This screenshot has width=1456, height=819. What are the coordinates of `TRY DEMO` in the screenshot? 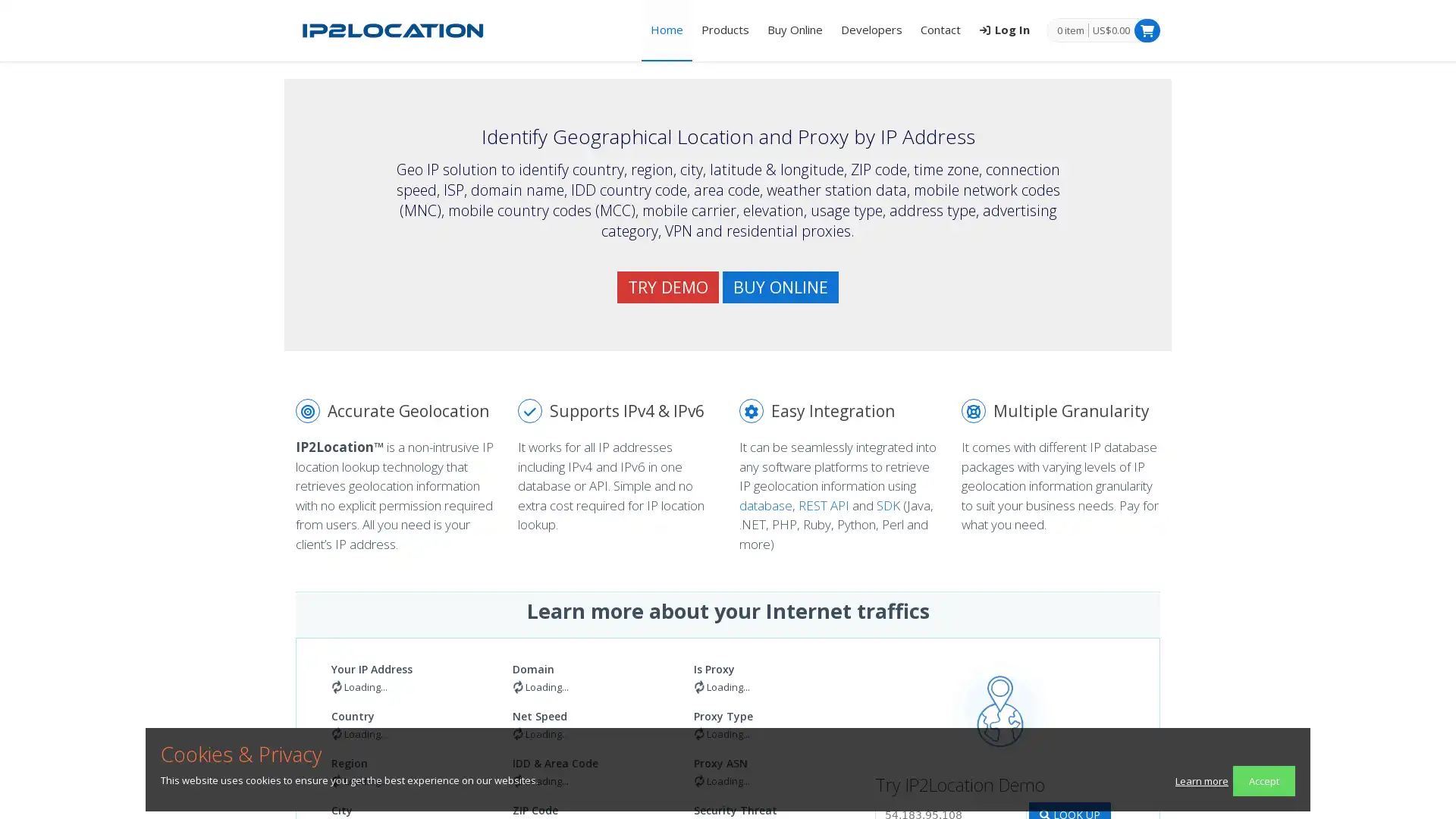 It's located at (667, 287).